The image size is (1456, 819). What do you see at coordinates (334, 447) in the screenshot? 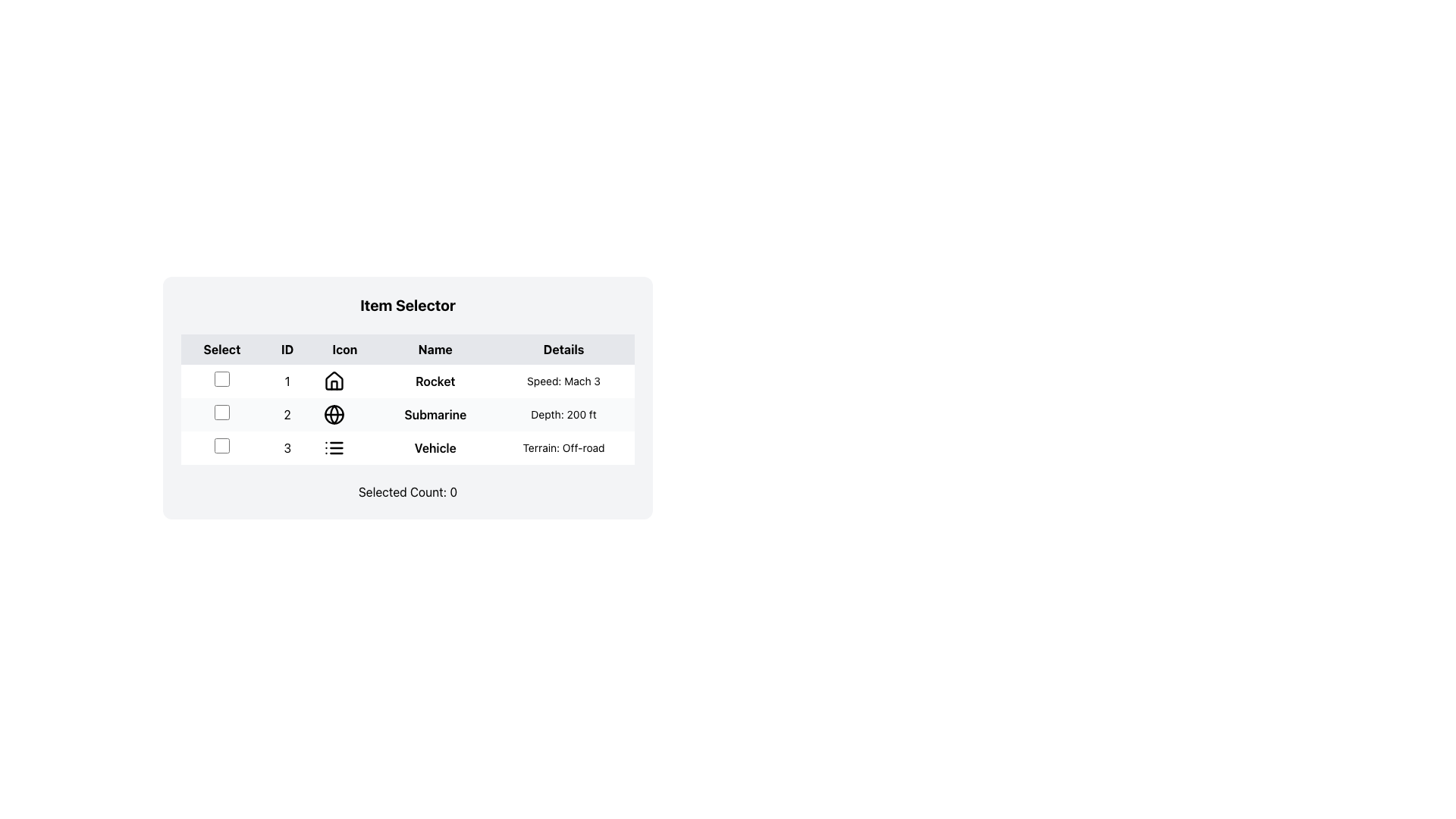
I see `the small three-line list icon located in the third row of the table under the 'Icon' column, directly to the left of the text 'Vehicle'` at bounding box center [334, 447].